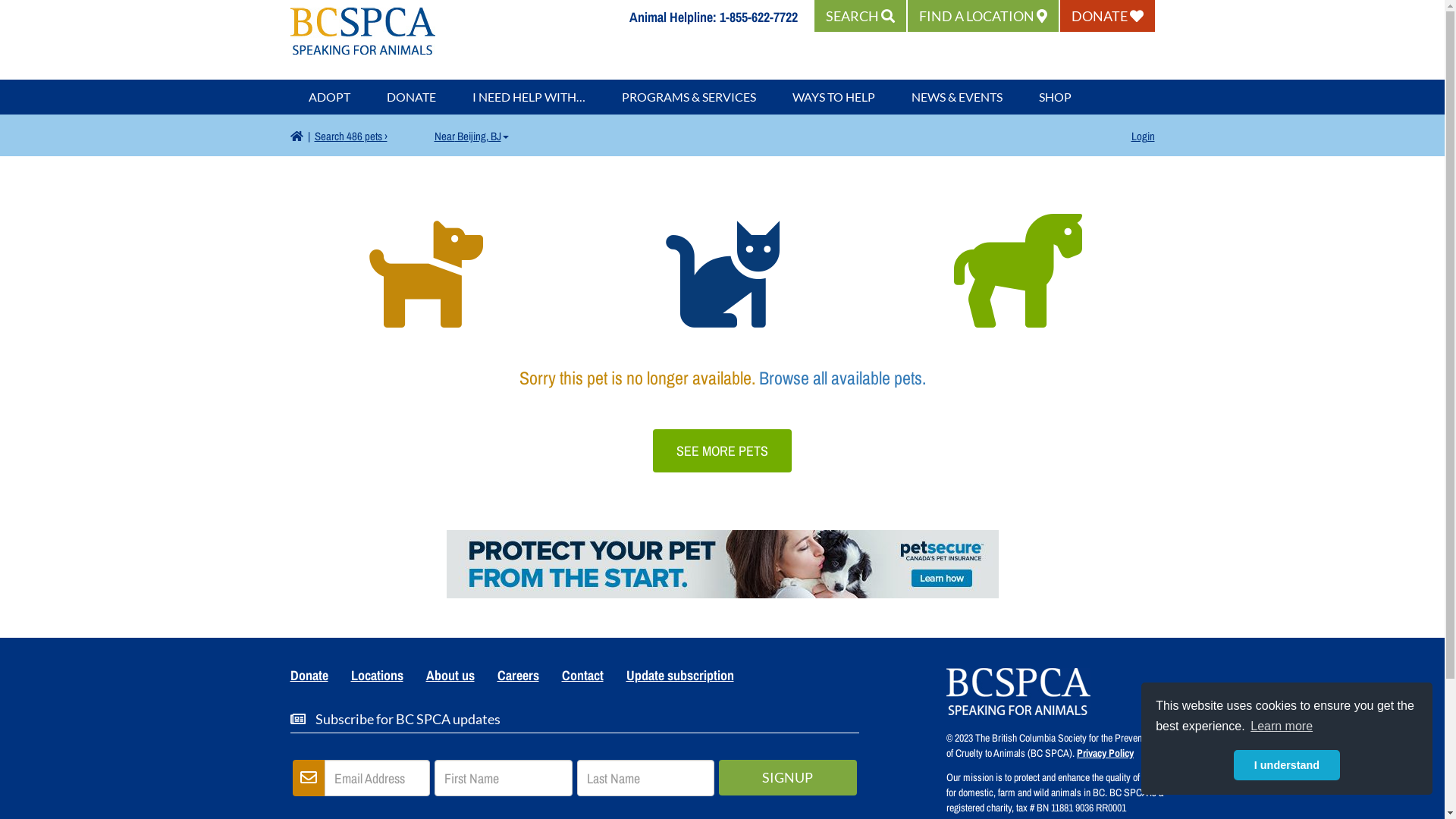 The image size is (1456, 819). What do you see at coordinates (309, 676) in the screenshot?
I see `'Donate'` at bounding box center [309, 676].